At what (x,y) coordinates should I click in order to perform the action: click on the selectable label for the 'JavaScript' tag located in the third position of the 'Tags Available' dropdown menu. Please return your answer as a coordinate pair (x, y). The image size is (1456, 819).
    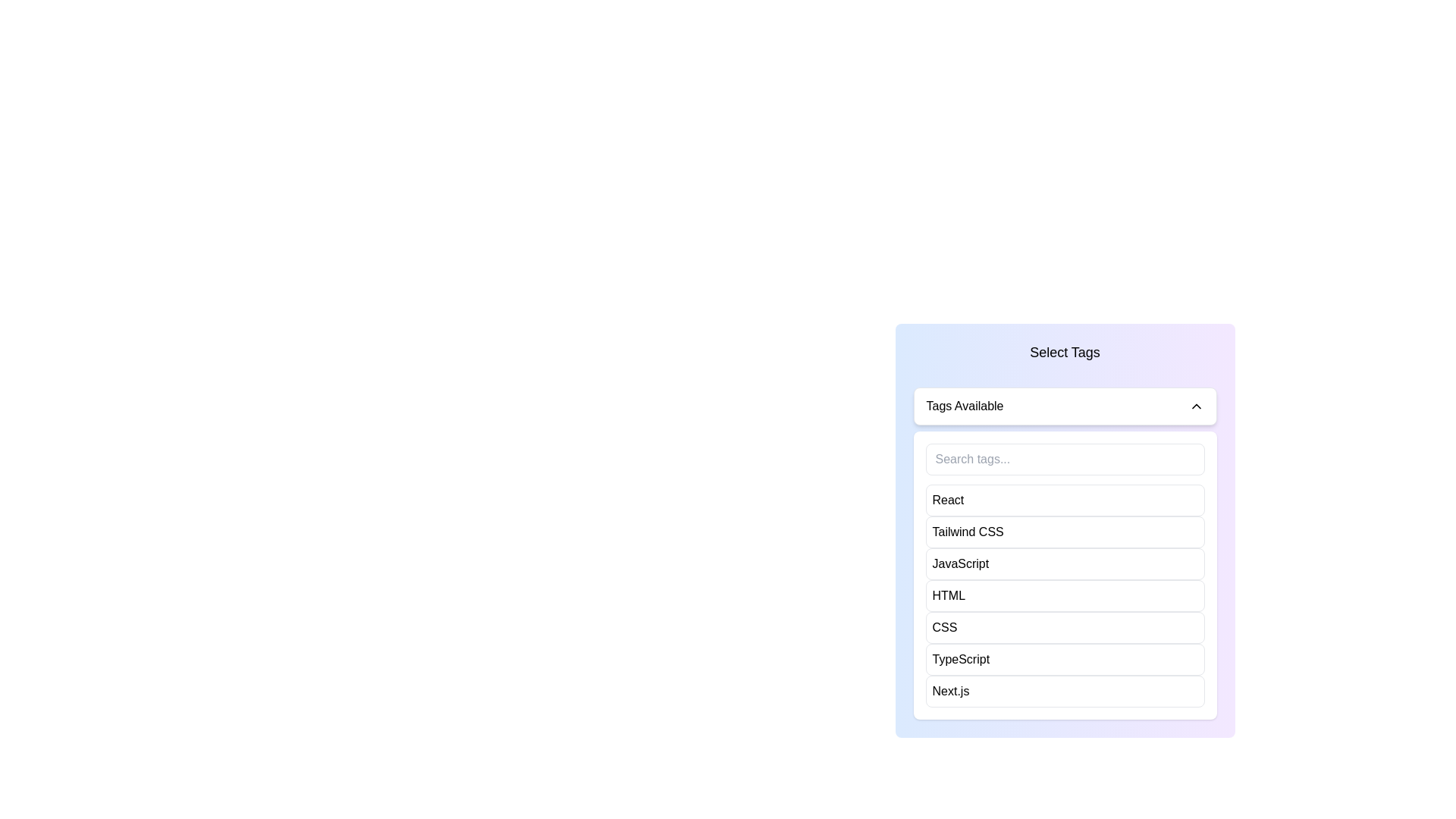
    Looking at the image, I should click on (959, 564).